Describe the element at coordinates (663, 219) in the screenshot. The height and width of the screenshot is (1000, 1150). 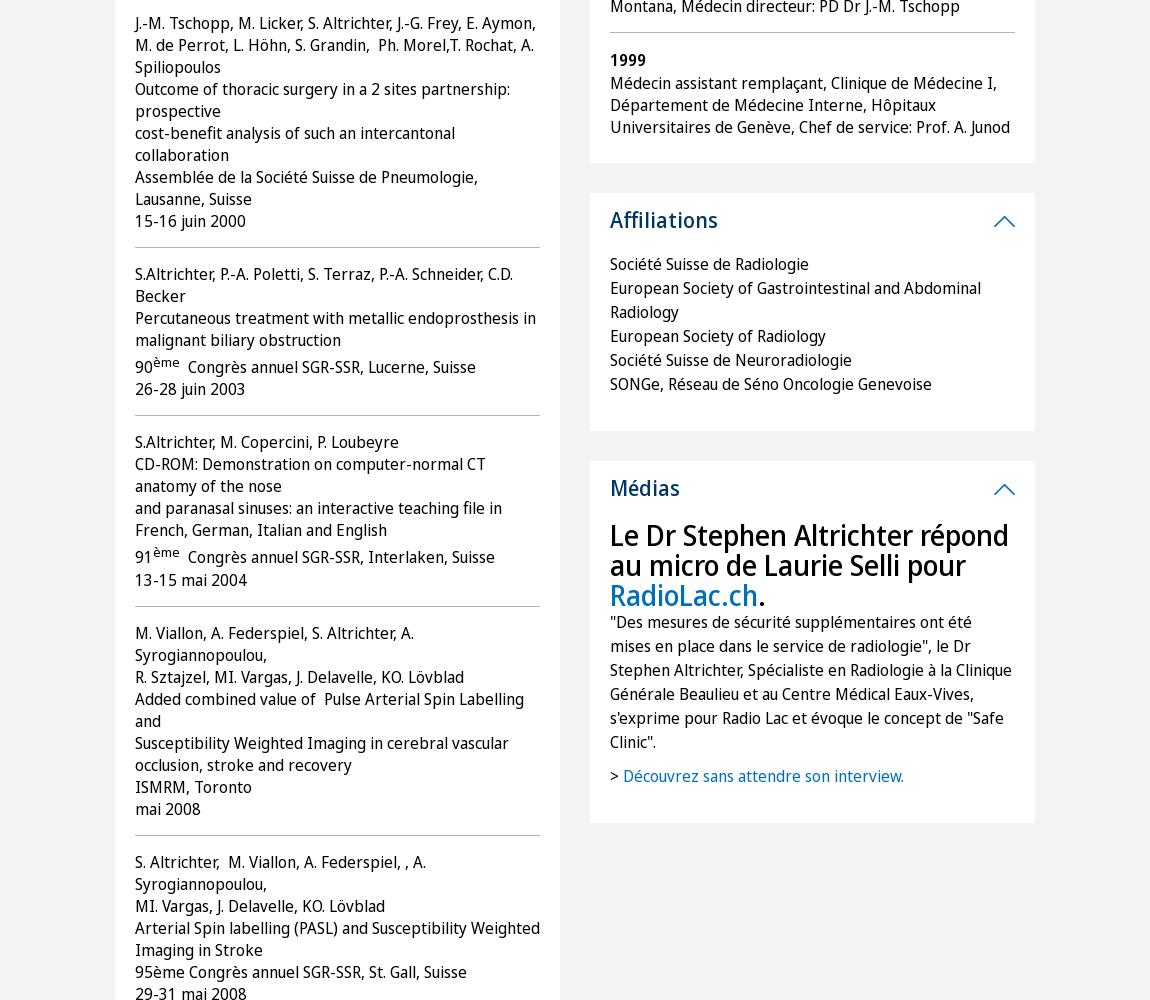
I see `'Affiliations'` at that location.